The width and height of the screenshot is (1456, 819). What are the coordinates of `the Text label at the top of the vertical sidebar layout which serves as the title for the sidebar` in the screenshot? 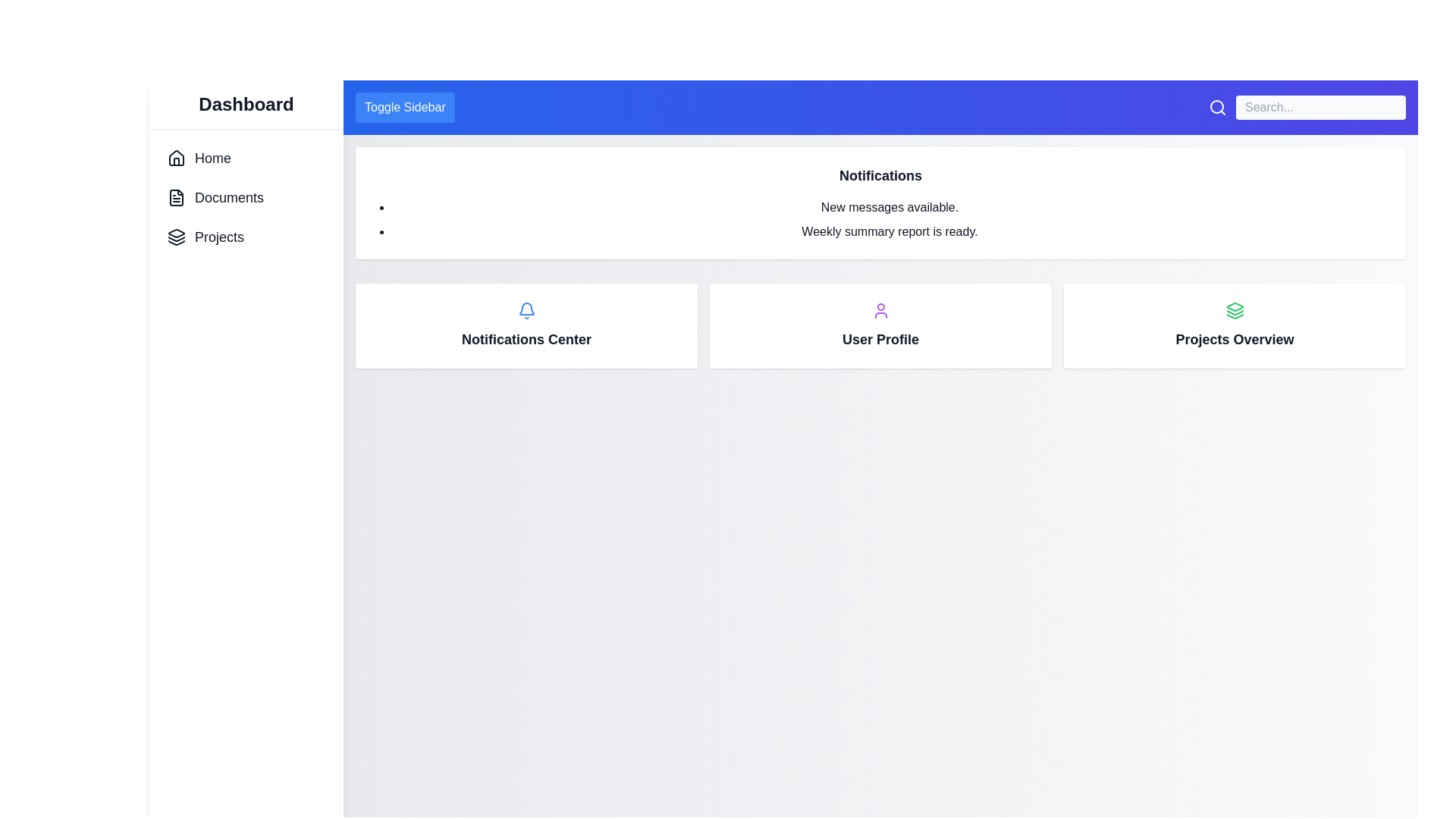 It's located at (246, 104).